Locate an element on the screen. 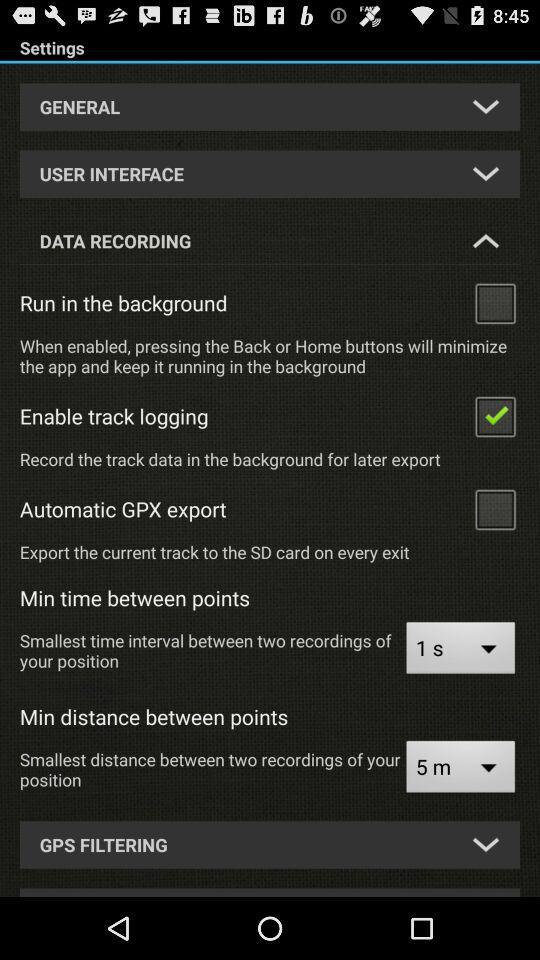  click run in the background is located at coordinates (494, 302).